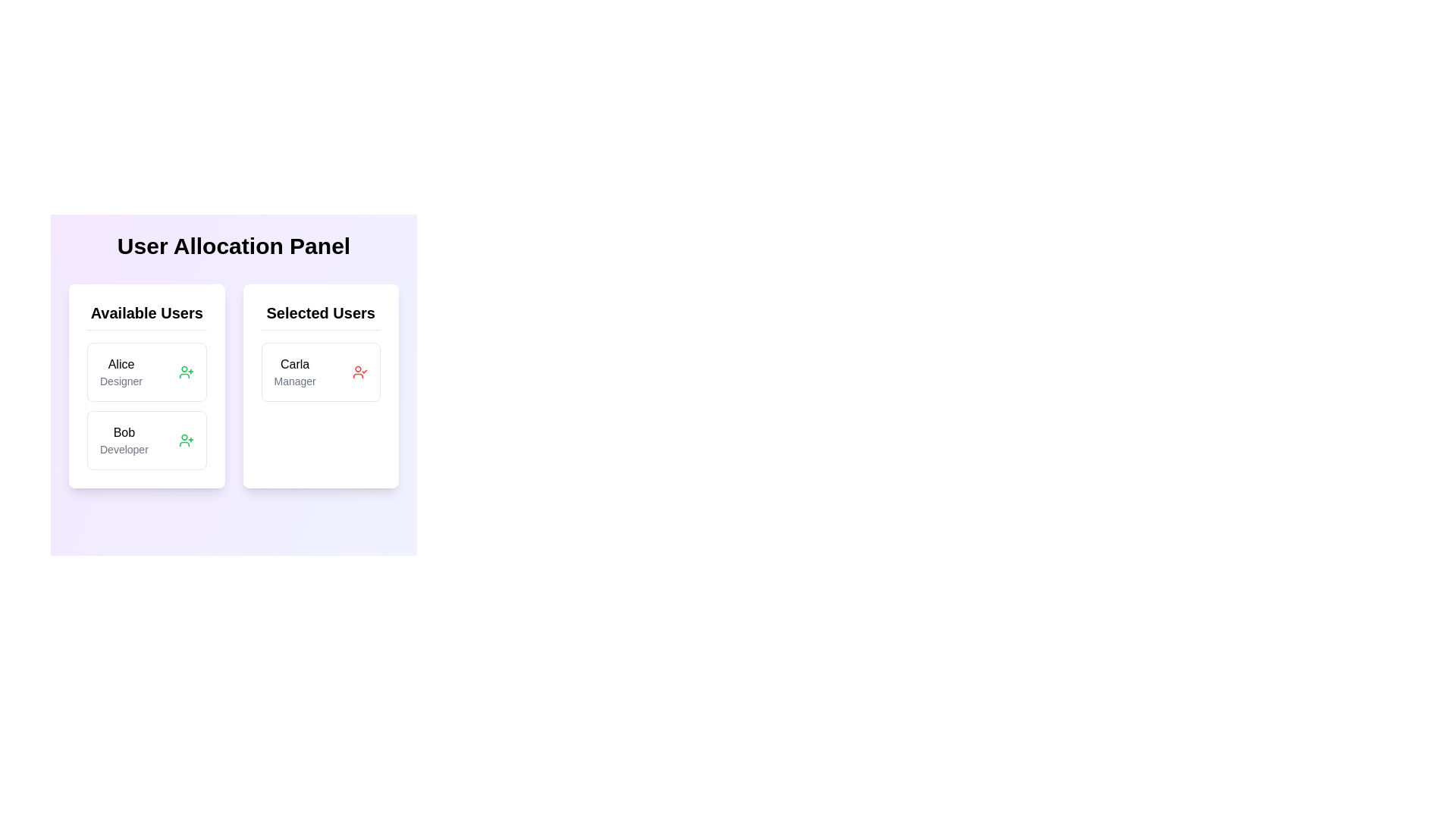 Image resolution: width=1456 pixels, height=819 pixels. I want to click on the 'Available Users' text label, which is styled in bold and larger font, located in the left card above the list of users 'Alice' and 'Bob', so click(146, 315).